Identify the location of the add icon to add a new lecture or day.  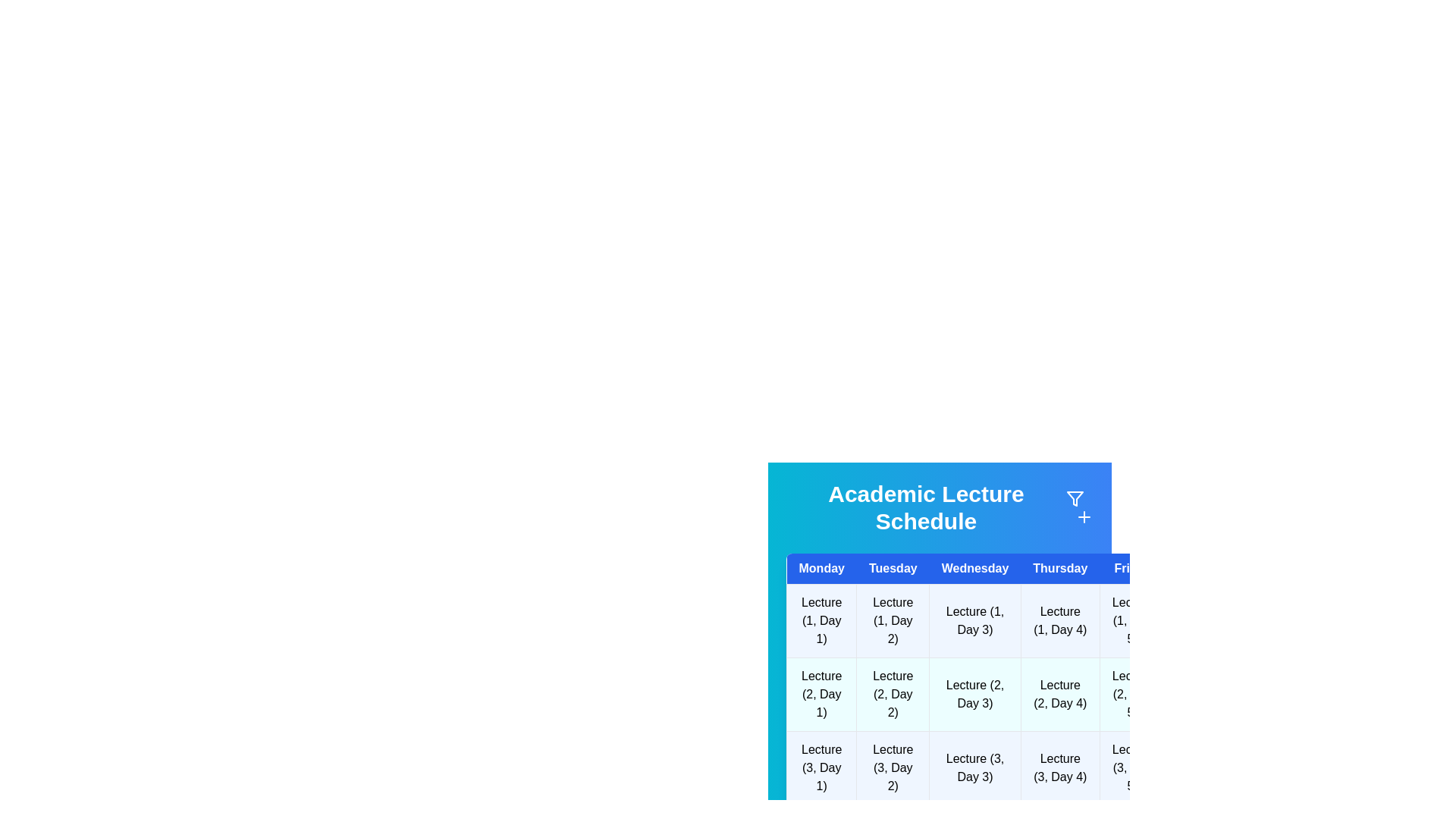
(1084, 516).